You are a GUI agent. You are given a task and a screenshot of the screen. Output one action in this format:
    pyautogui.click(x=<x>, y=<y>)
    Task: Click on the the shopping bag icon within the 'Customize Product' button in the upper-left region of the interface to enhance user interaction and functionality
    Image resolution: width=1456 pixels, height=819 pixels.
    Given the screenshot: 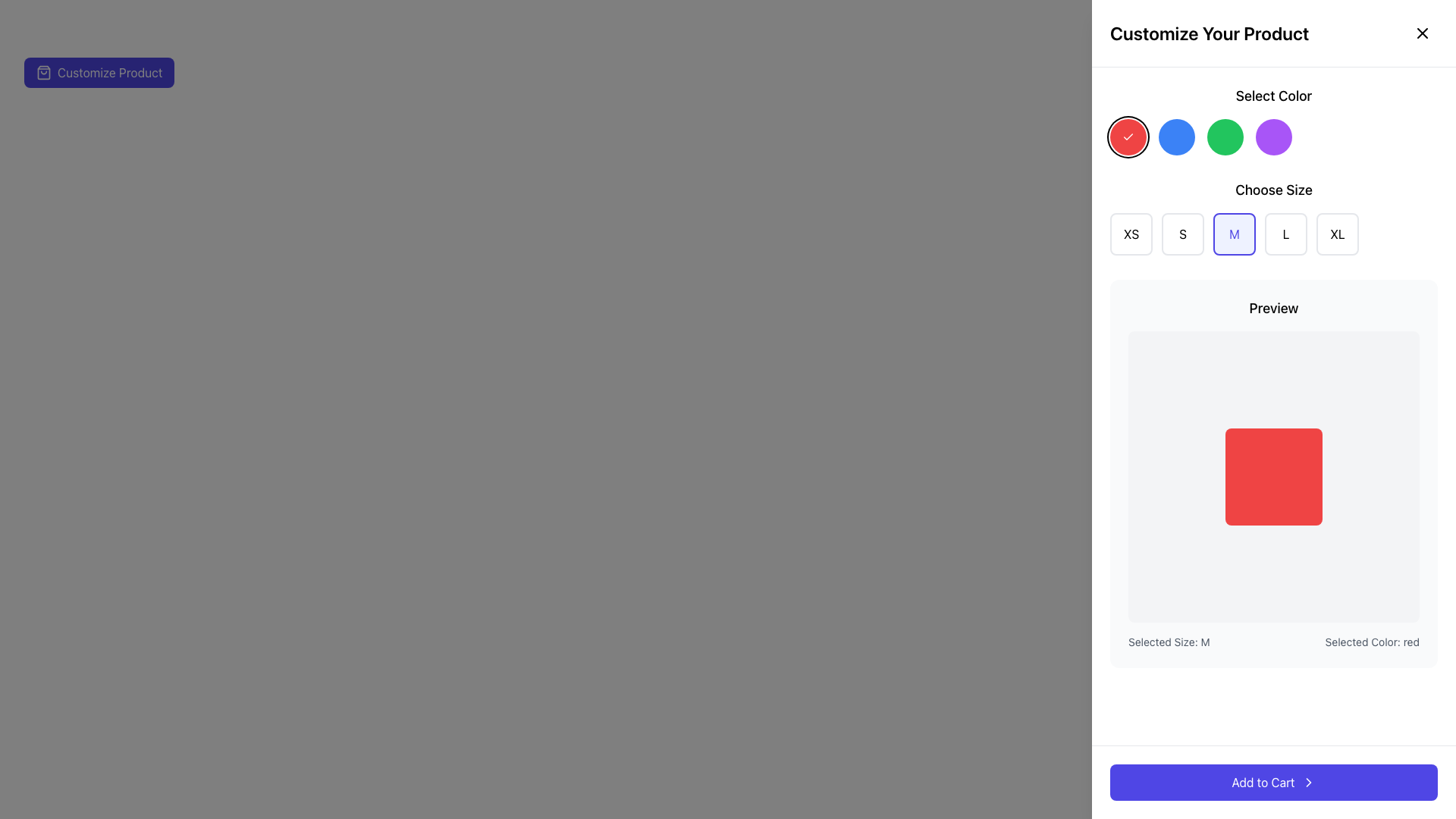 What is the action you would take?
    pyautogui.click(x=43, y=73)
    